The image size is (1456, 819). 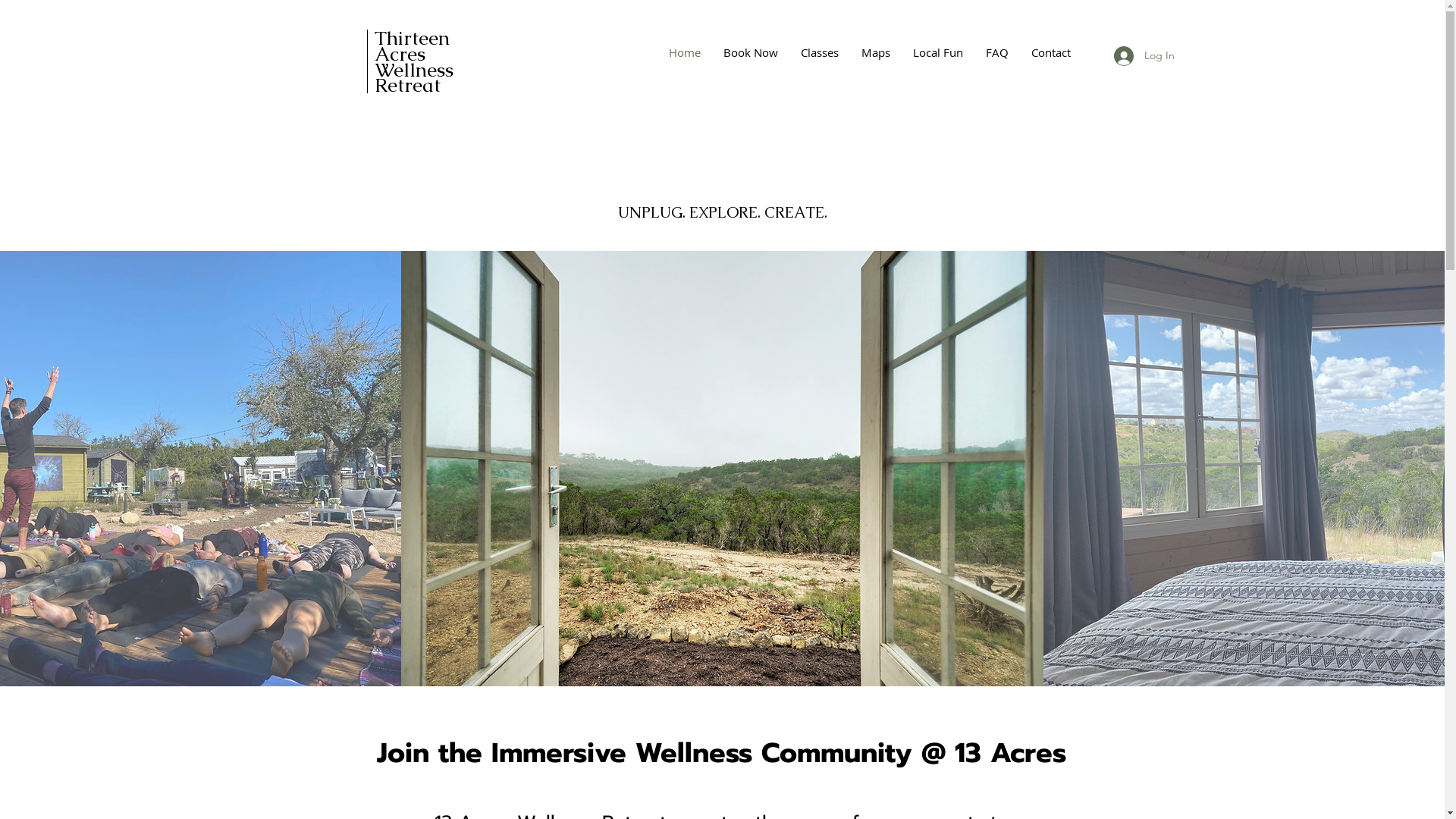 I want to click on 'Classes', so click(x=818, y=52).